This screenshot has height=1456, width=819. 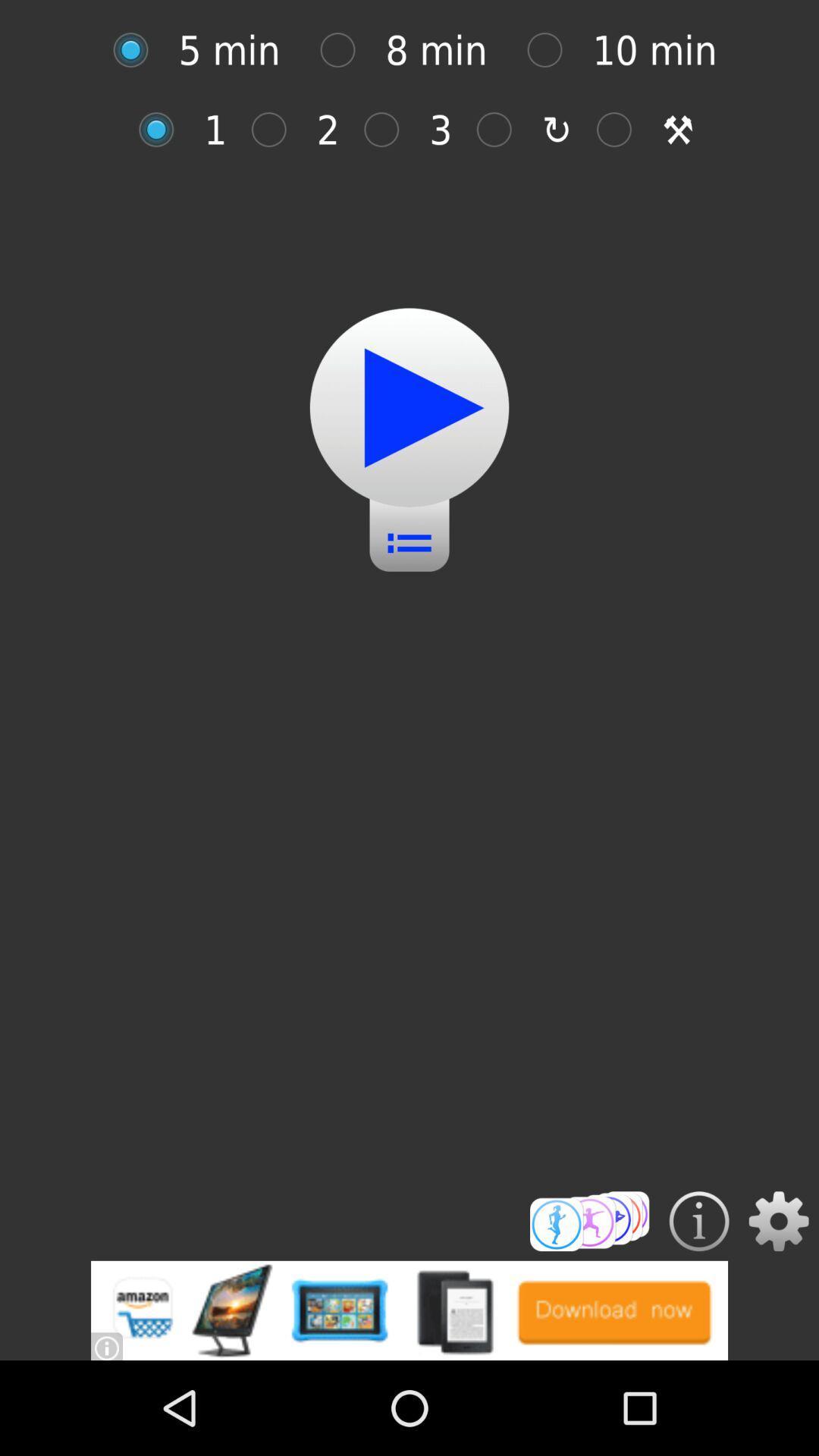 I want to click on choose your settings, so click(x=779, y=1221).